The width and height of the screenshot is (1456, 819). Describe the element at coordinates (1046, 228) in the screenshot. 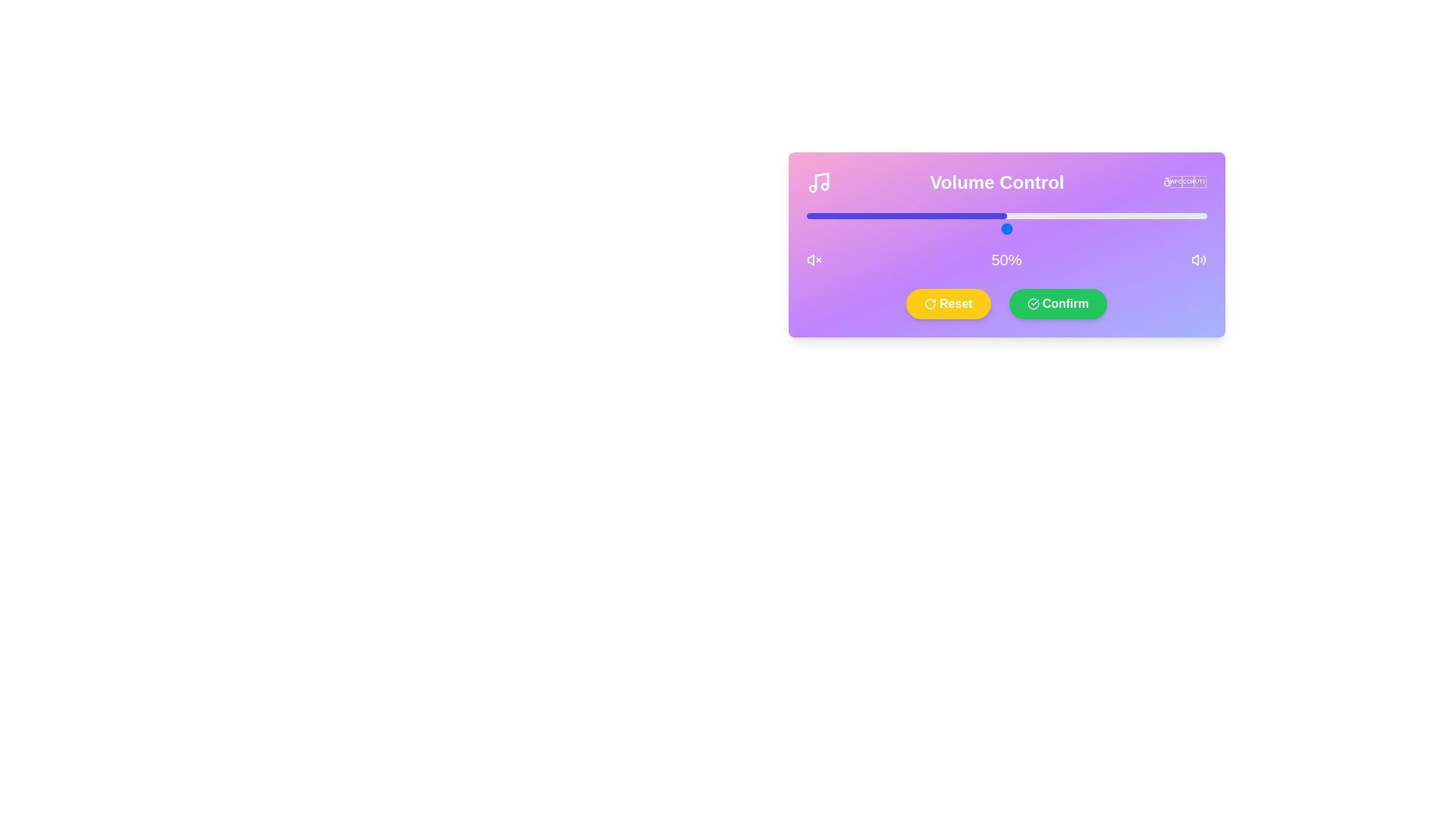

I see `the slider` at that location.